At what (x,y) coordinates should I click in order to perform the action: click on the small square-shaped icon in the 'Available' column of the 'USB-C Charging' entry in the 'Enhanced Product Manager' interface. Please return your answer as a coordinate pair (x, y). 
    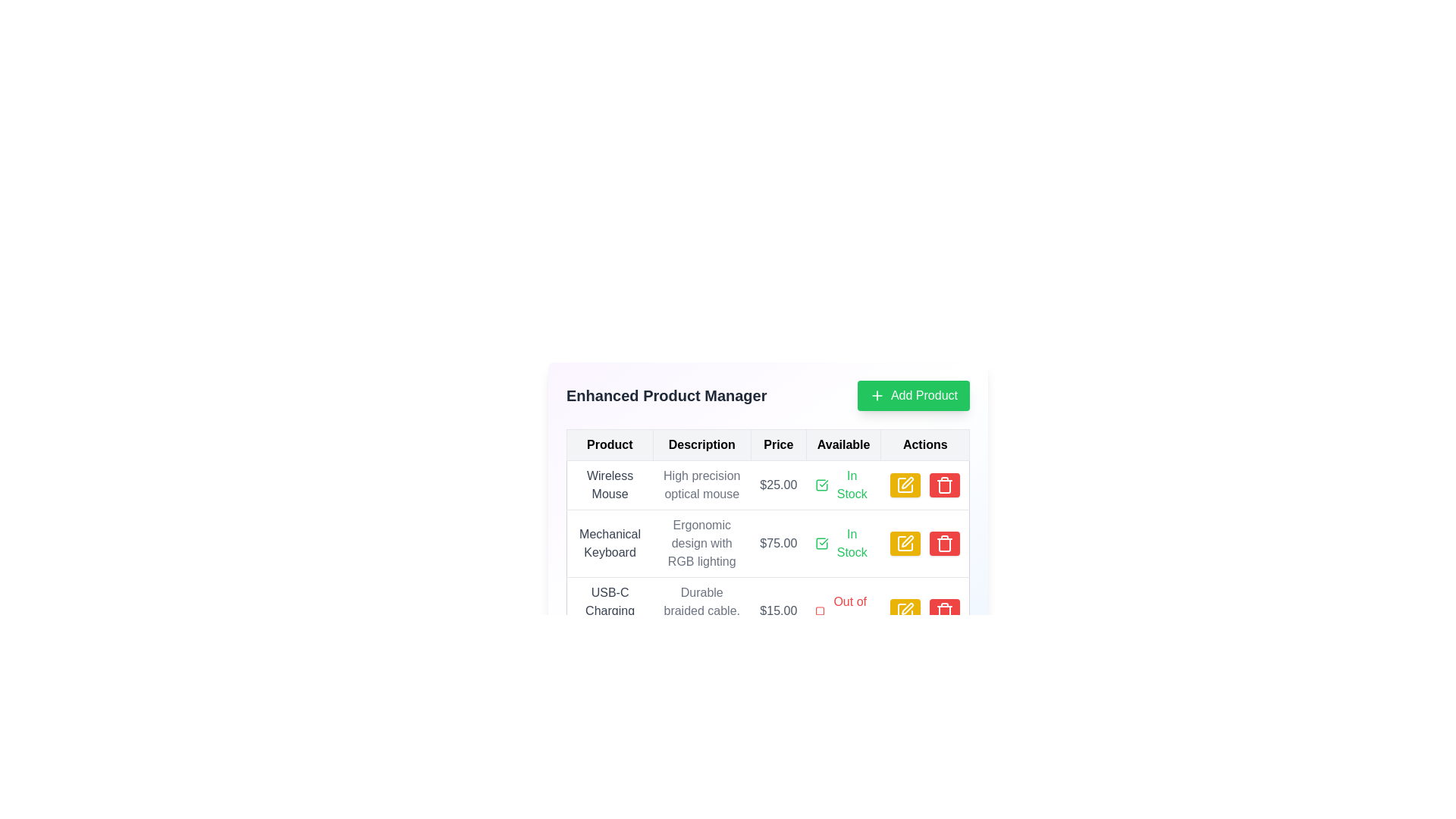
    Looking at the image, I should click on (819, 610).